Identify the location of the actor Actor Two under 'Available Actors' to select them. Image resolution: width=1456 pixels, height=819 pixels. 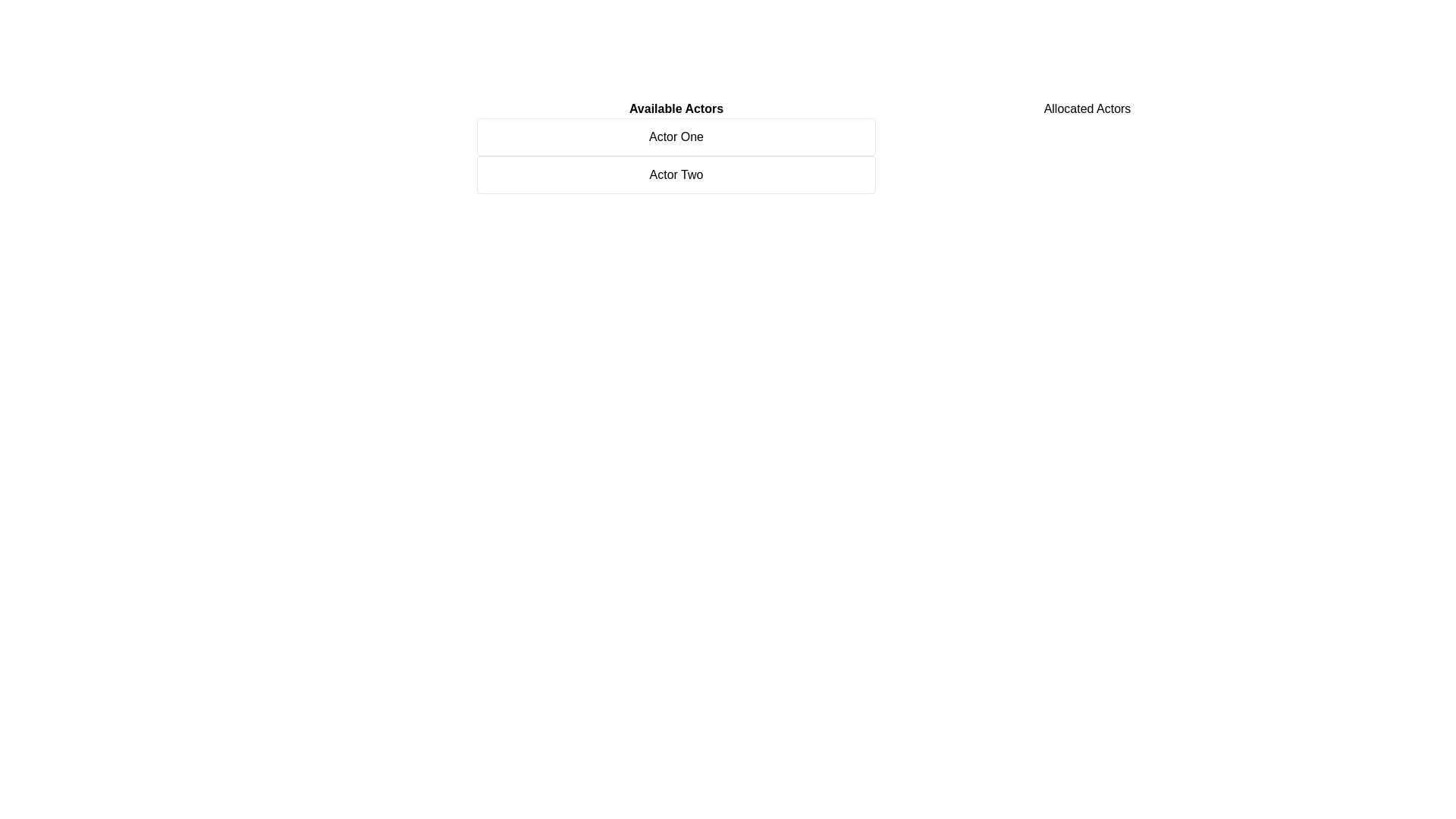
(676, 174).